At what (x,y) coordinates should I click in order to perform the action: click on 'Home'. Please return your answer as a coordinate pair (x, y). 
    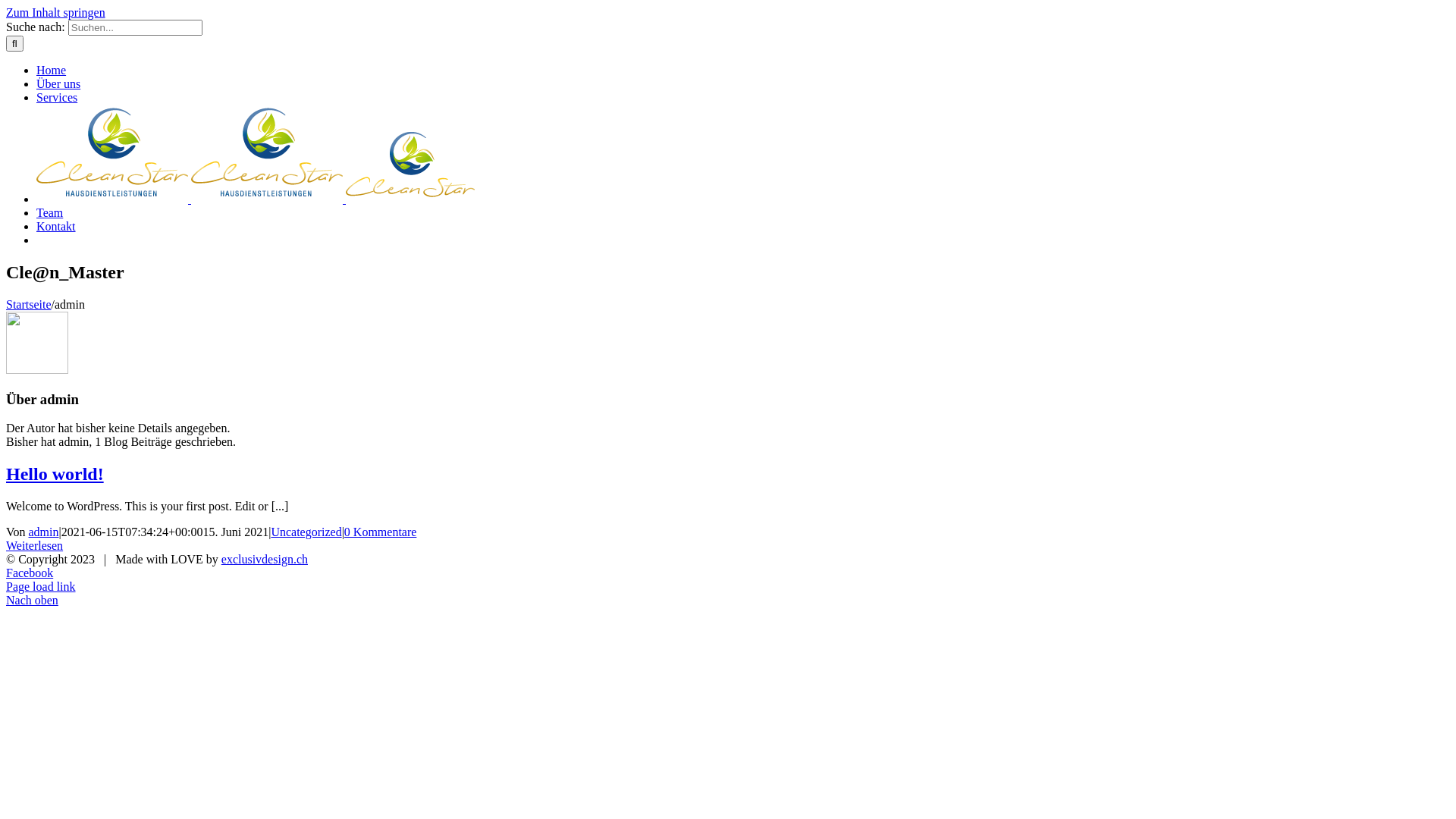
    Looking at the image, I should click on (36, 70).